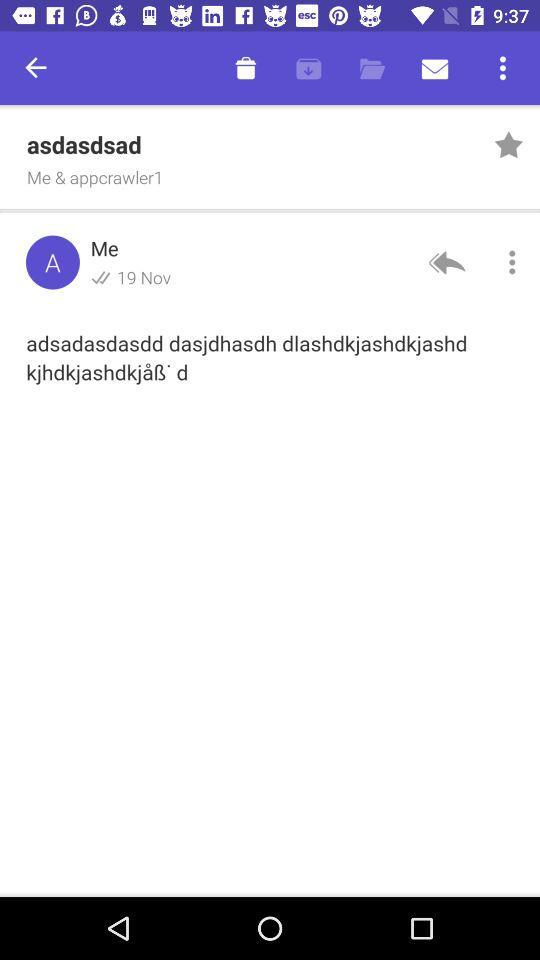 Image resolution: width=540 pixels, height=960 pixels. Describe the element at coordinates (447, 261) in the screenshot. I see `the reply icon` at that location.